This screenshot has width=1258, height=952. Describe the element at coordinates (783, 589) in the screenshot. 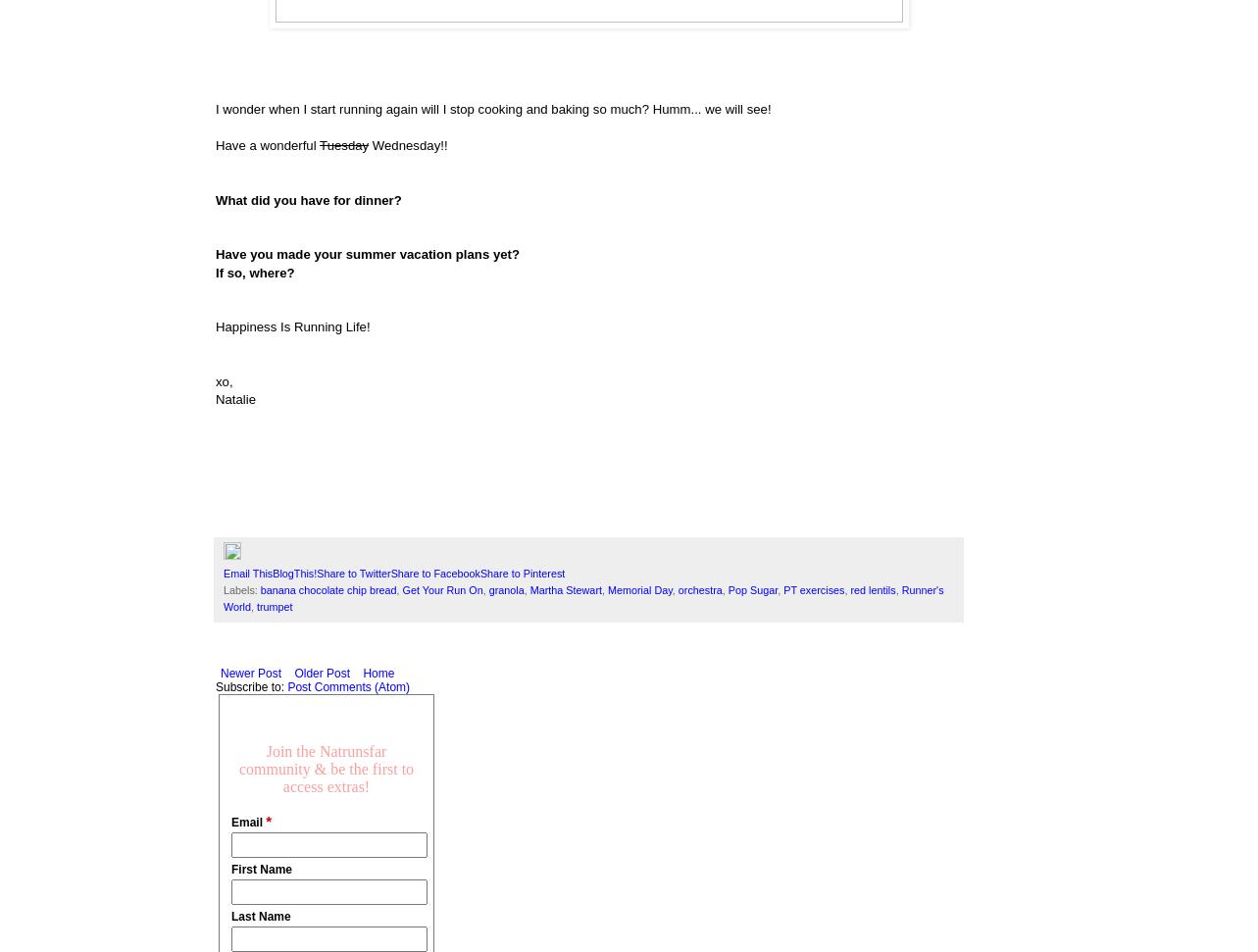

I see `'PT exercises'` at that location.